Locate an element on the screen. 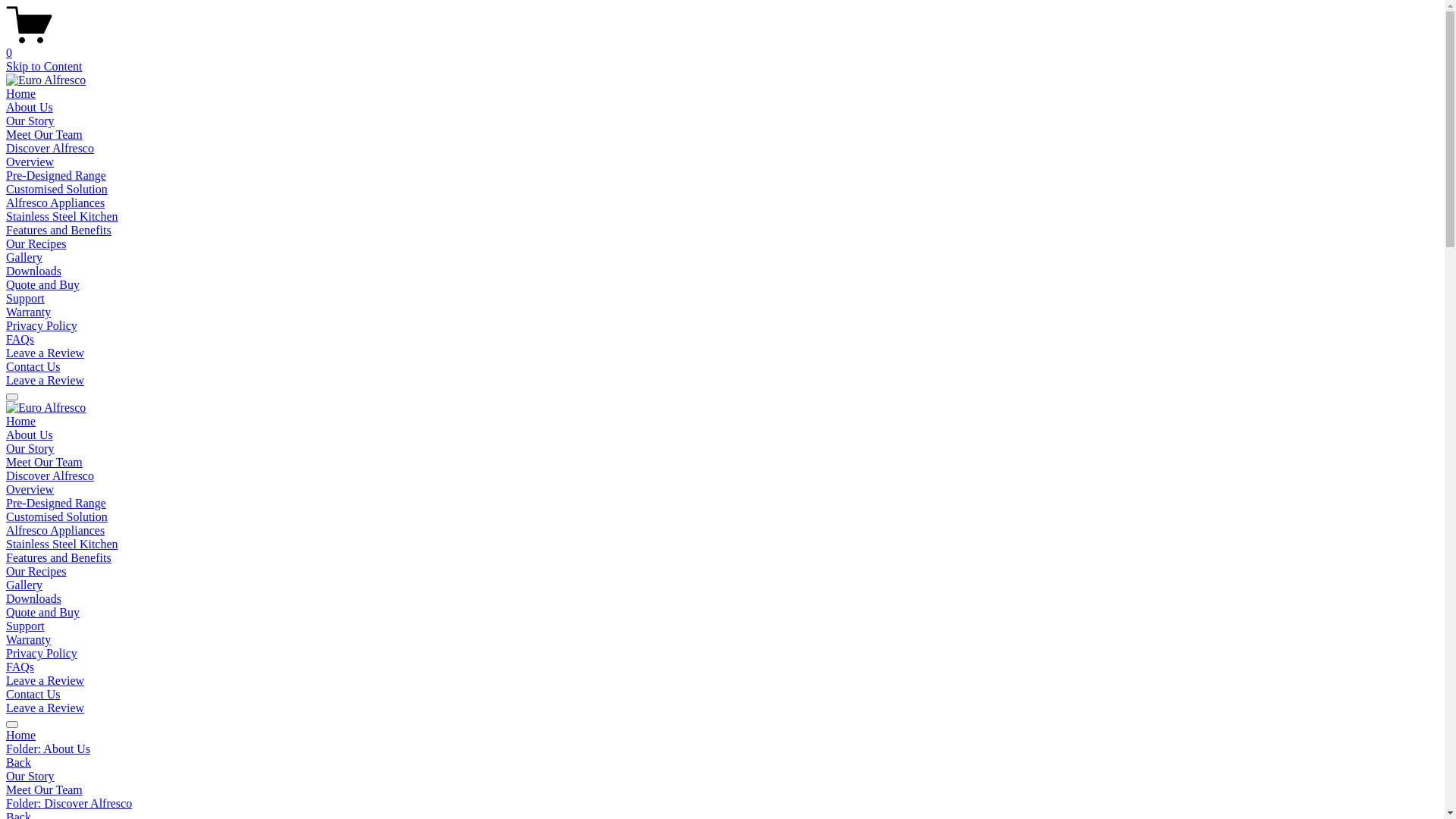  'Warranty' is located at coordinates (28, 639).